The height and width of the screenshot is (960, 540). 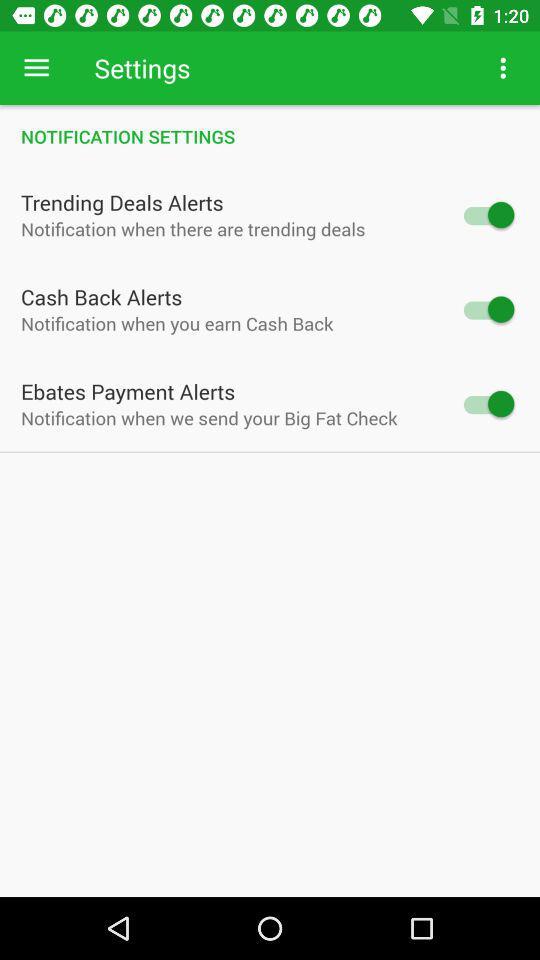 I want to click on turn off alert, so click(x=486, y=309).